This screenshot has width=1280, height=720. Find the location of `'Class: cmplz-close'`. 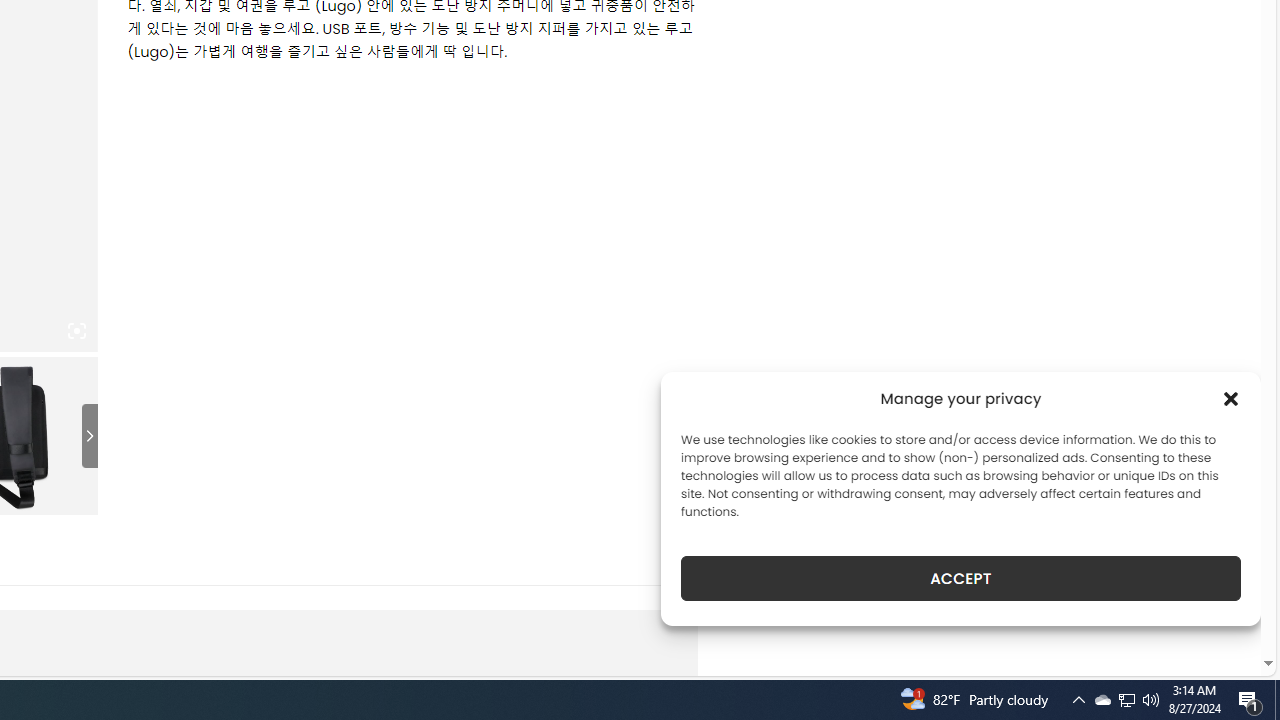

'Class: cmplz-close' is located at coordinates (1230, 398).